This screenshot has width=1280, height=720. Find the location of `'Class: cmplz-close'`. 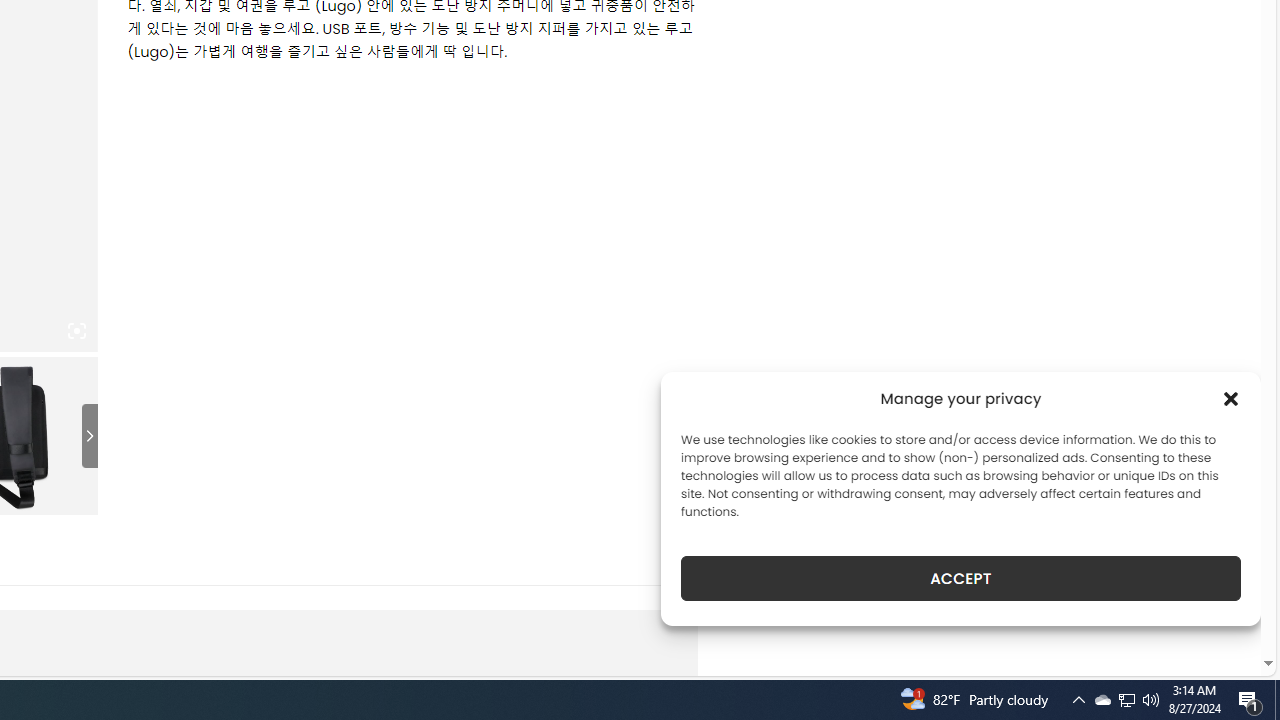

'Class: cmplz-close' is located at coordinates (1230, 398).